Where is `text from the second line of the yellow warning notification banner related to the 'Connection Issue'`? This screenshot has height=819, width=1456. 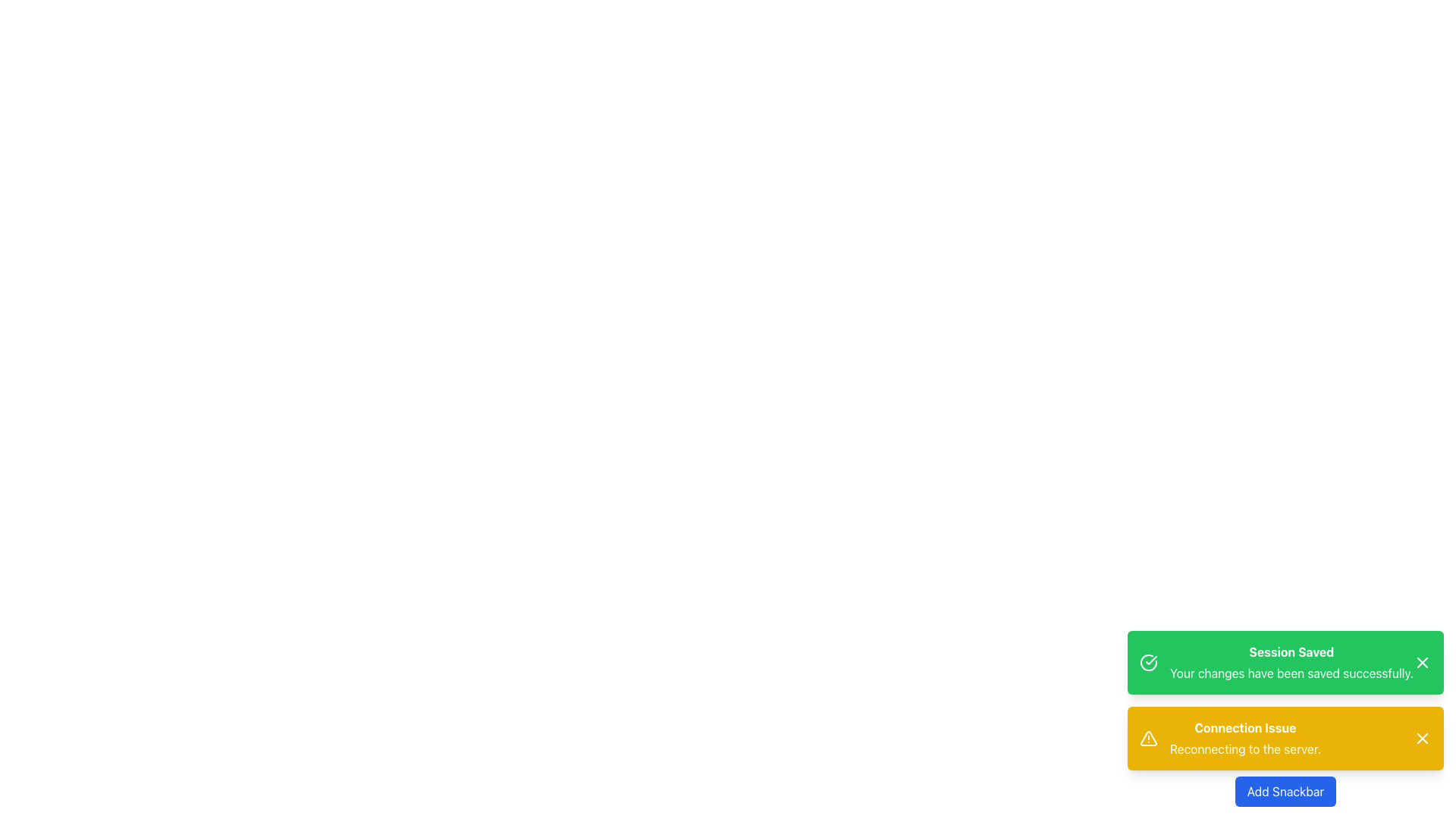
text from the second line of the yellow warning notification banner related to the 'Connection Issue' is located at coordinates (1245, 748).